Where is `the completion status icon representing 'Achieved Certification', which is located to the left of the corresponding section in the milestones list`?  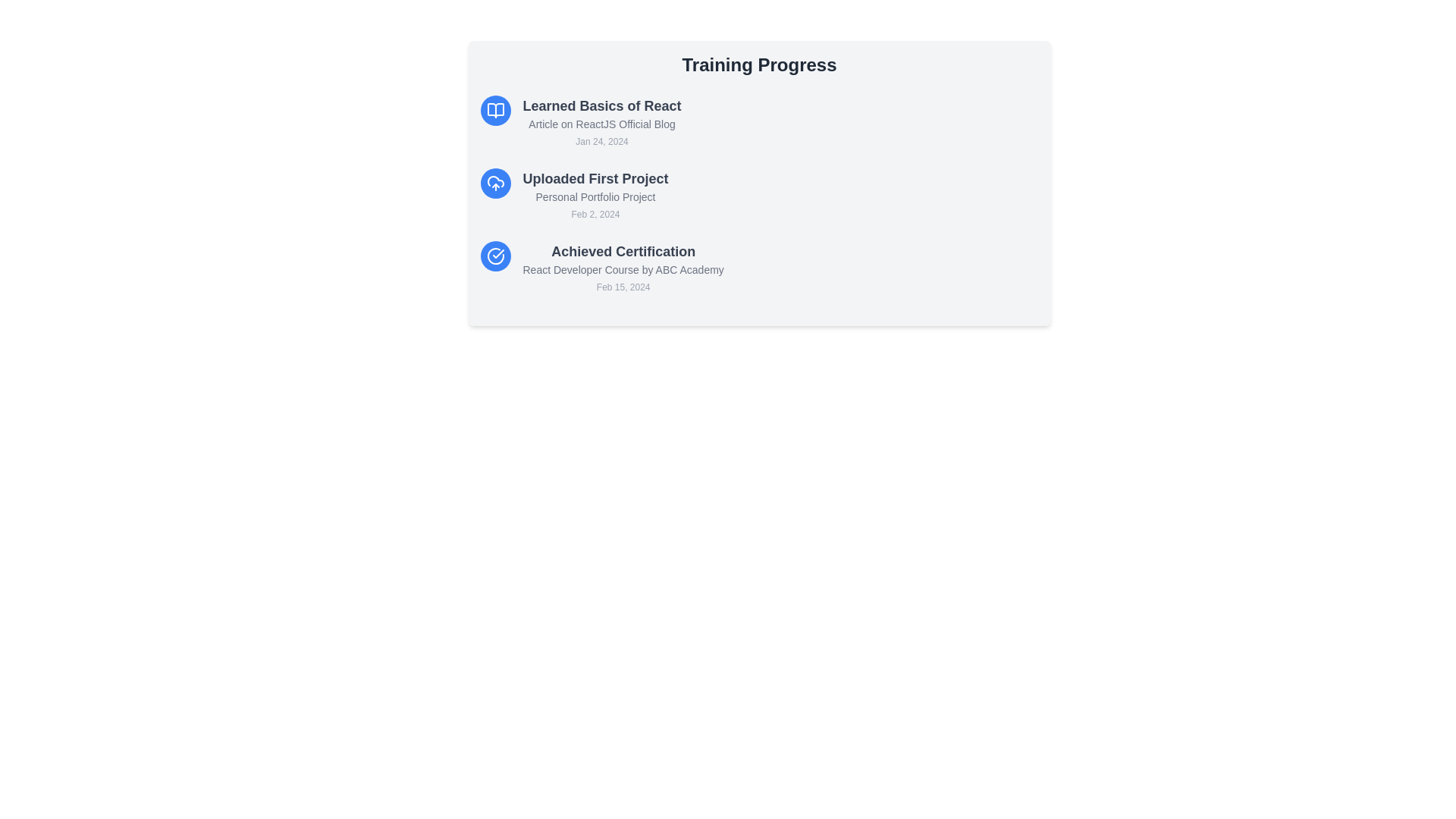
the completion status icon representing 'Achieved Certification', which is located to the left of the corresponding section in the milestones list is located at coordinates (495, 256).